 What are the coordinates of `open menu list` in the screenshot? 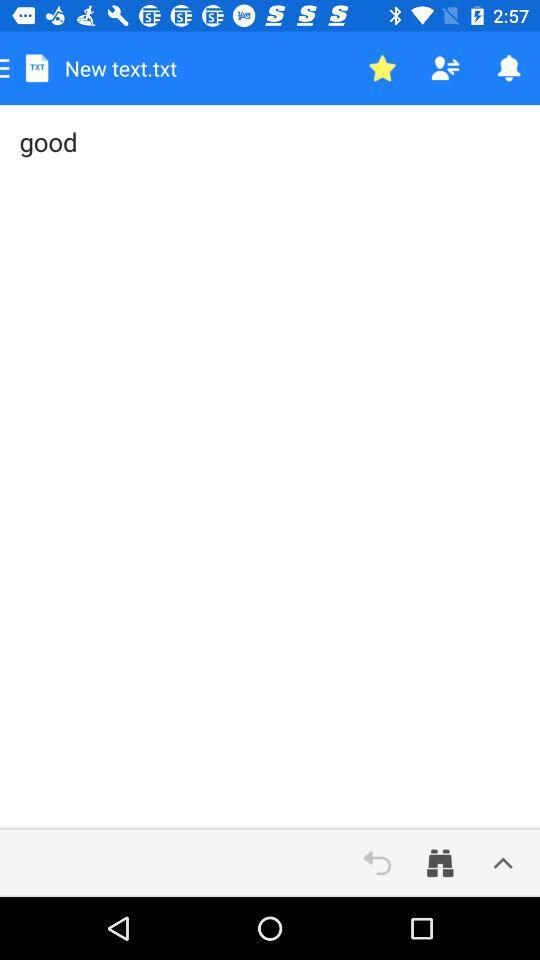 It's located at (502, 862).